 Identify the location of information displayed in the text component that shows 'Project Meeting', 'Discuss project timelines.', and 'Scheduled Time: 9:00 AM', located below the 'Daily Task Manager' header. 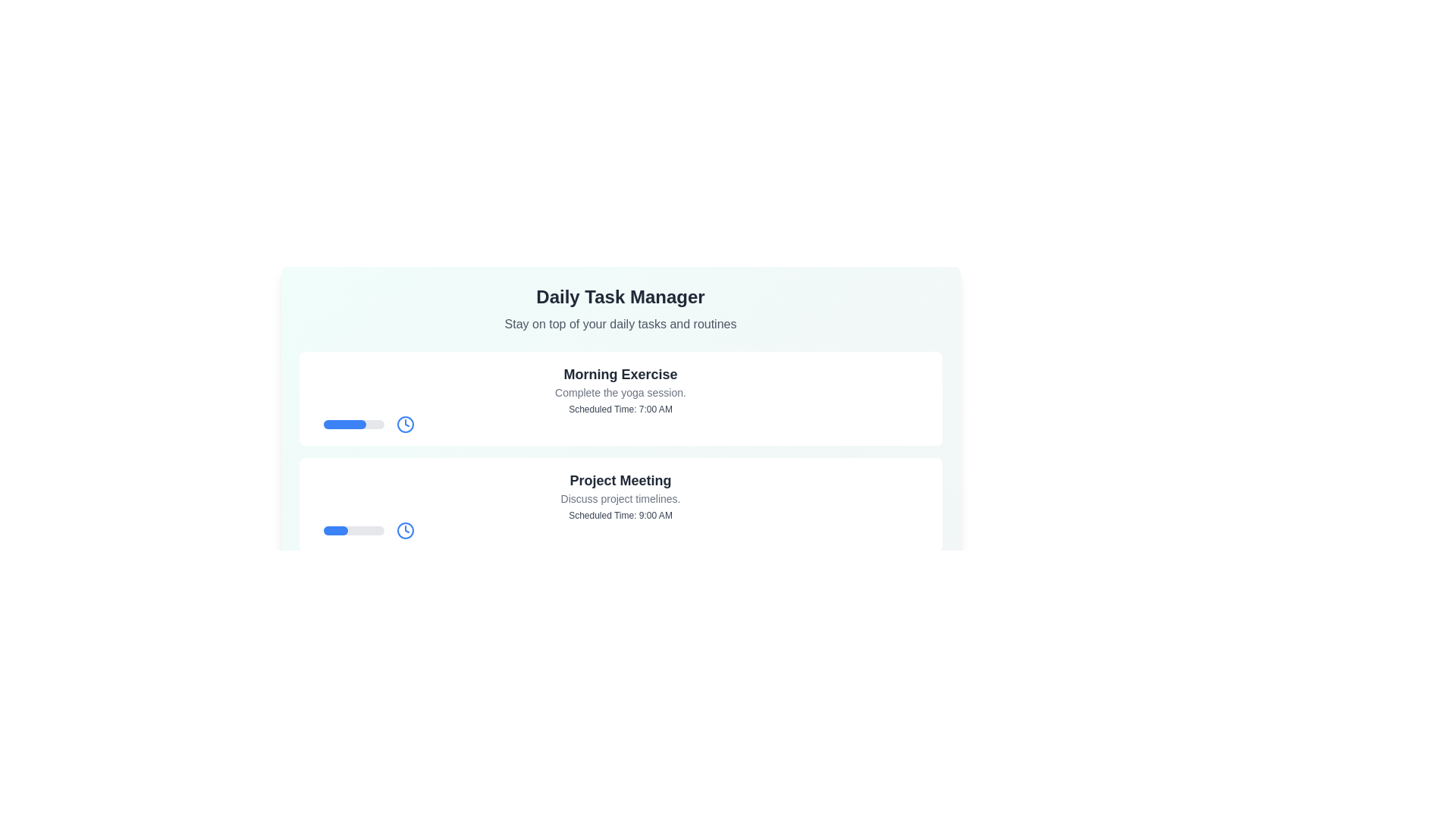
(620, 496).